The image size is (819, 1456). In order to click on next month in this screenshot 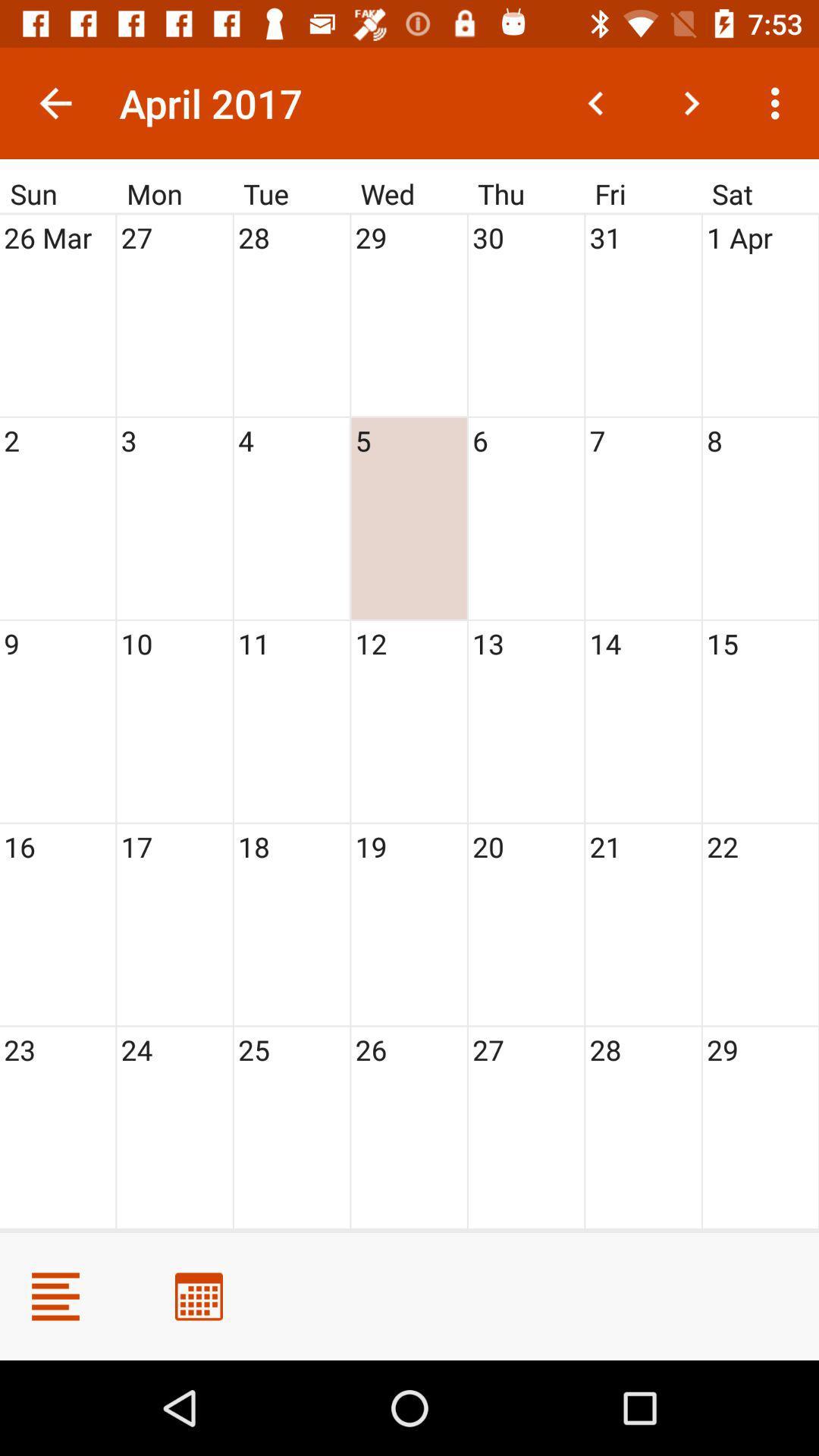, I will do `click(691, 102)`.